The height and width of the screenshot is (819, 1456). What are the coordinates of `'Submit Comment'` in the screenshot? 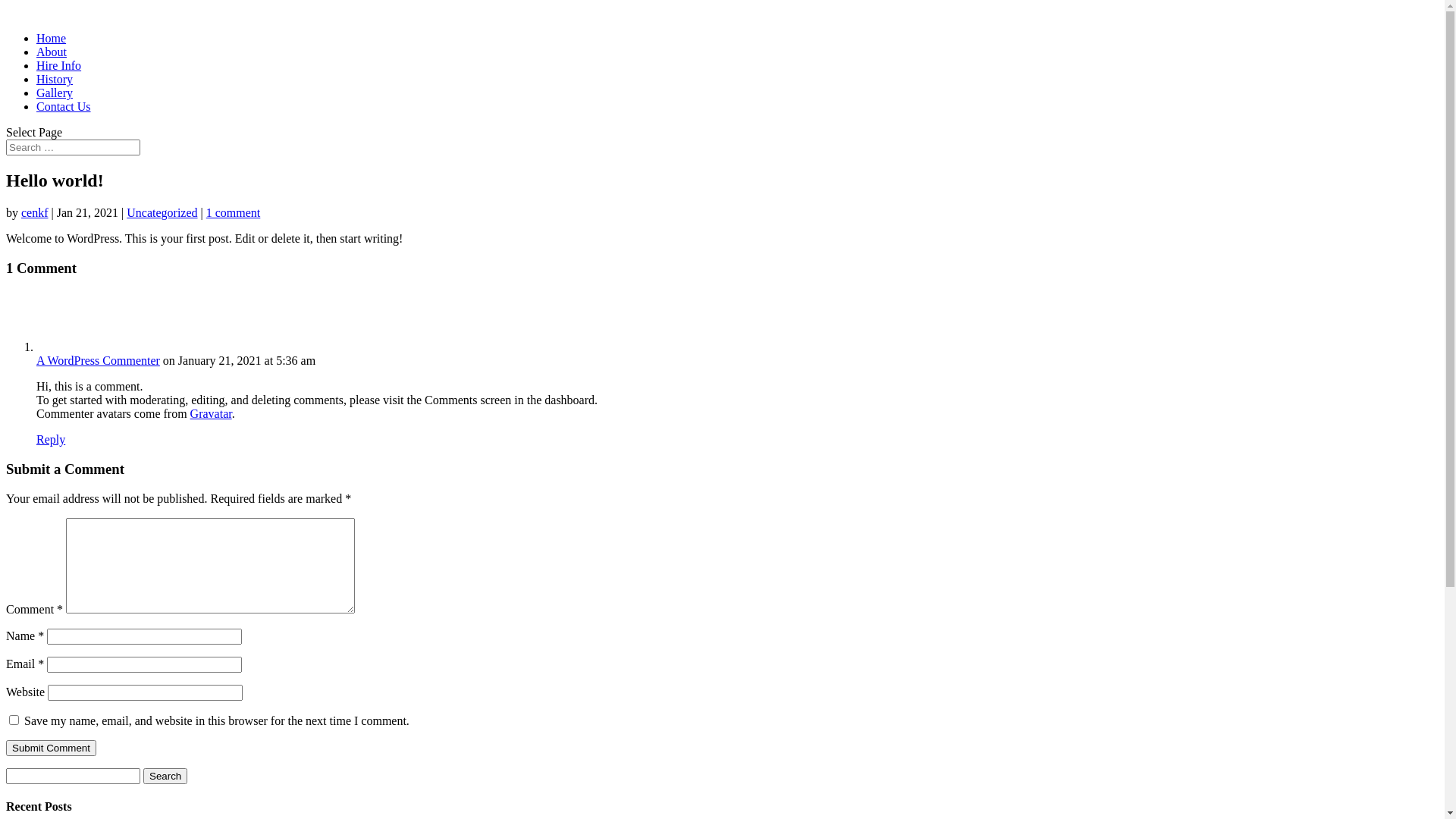 It's located at (51, 747).